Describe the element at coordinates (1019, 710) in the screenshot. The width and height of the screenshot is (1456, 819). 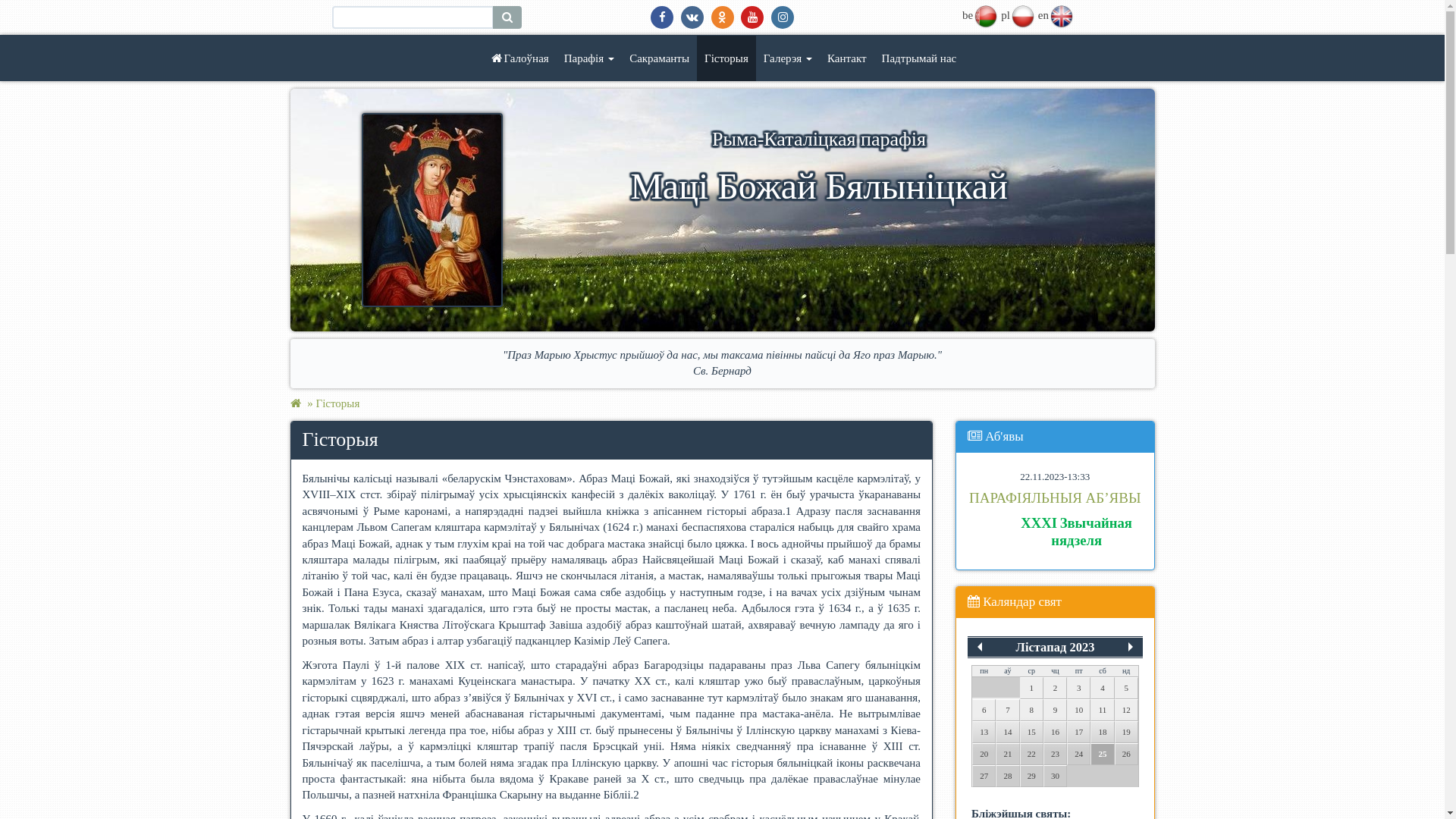
I see `'8'` at that location.